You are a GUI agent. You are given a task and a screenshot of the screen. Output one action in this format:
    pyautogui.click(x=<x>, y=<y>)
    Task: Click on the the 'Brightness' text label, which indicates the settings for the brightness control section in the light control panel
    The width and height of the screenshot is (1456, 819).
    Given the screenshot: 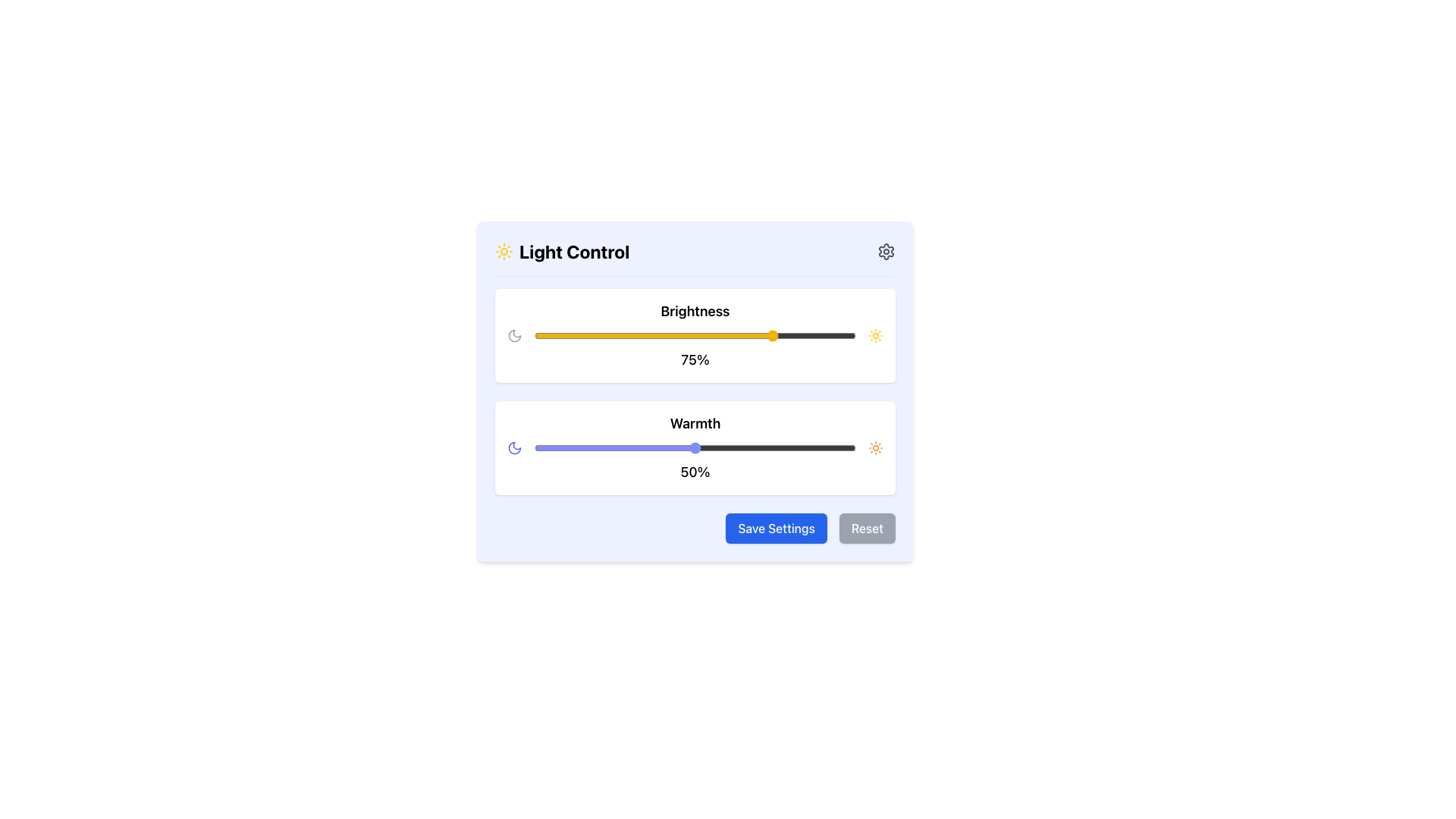 What is the action you would take?
    pyautogui.click(x=694, y=311)
    